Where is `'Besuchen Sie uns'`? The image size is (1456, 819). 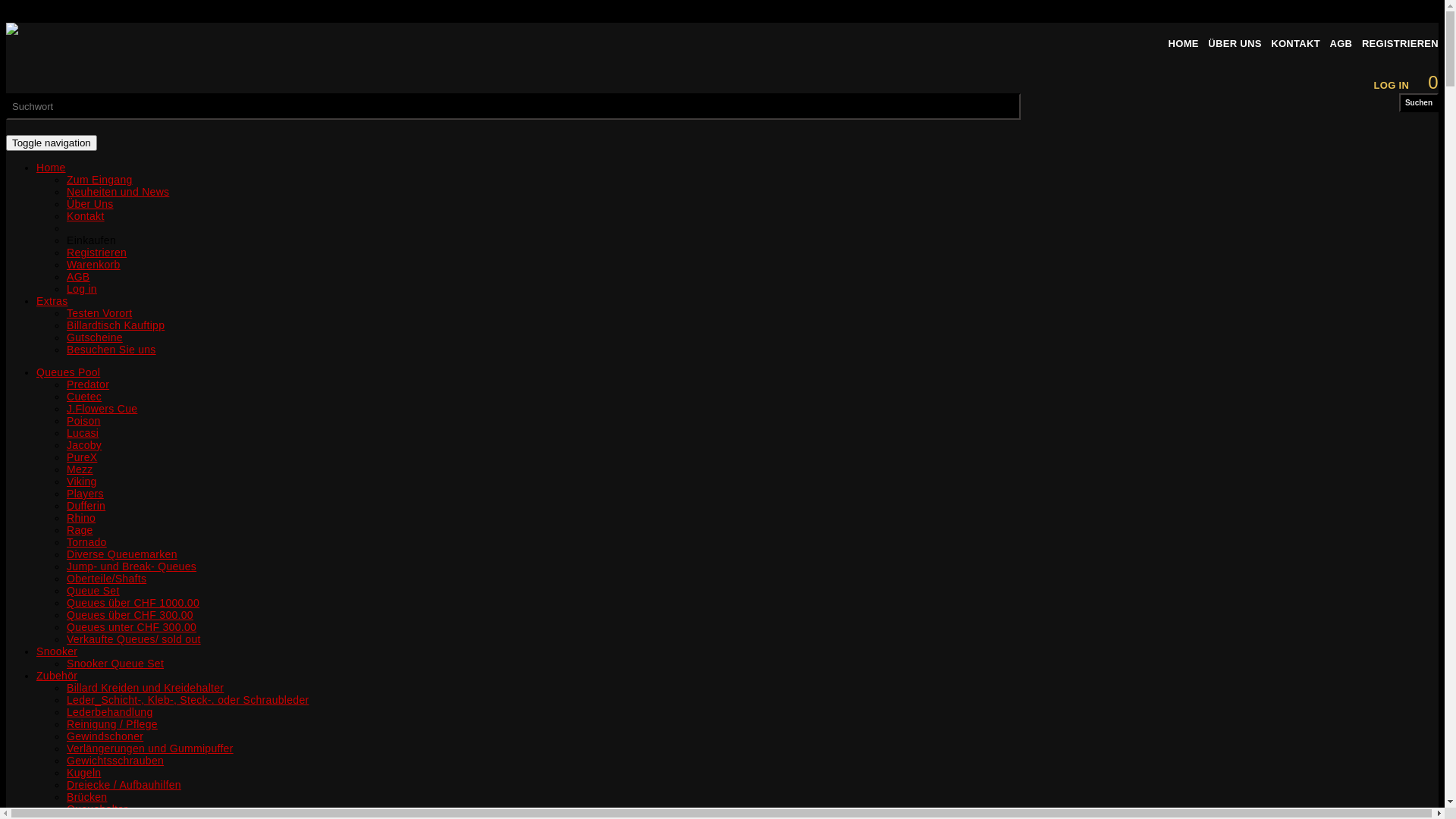 'Besuchen Sie uns' is located at coordinates (111, 350).